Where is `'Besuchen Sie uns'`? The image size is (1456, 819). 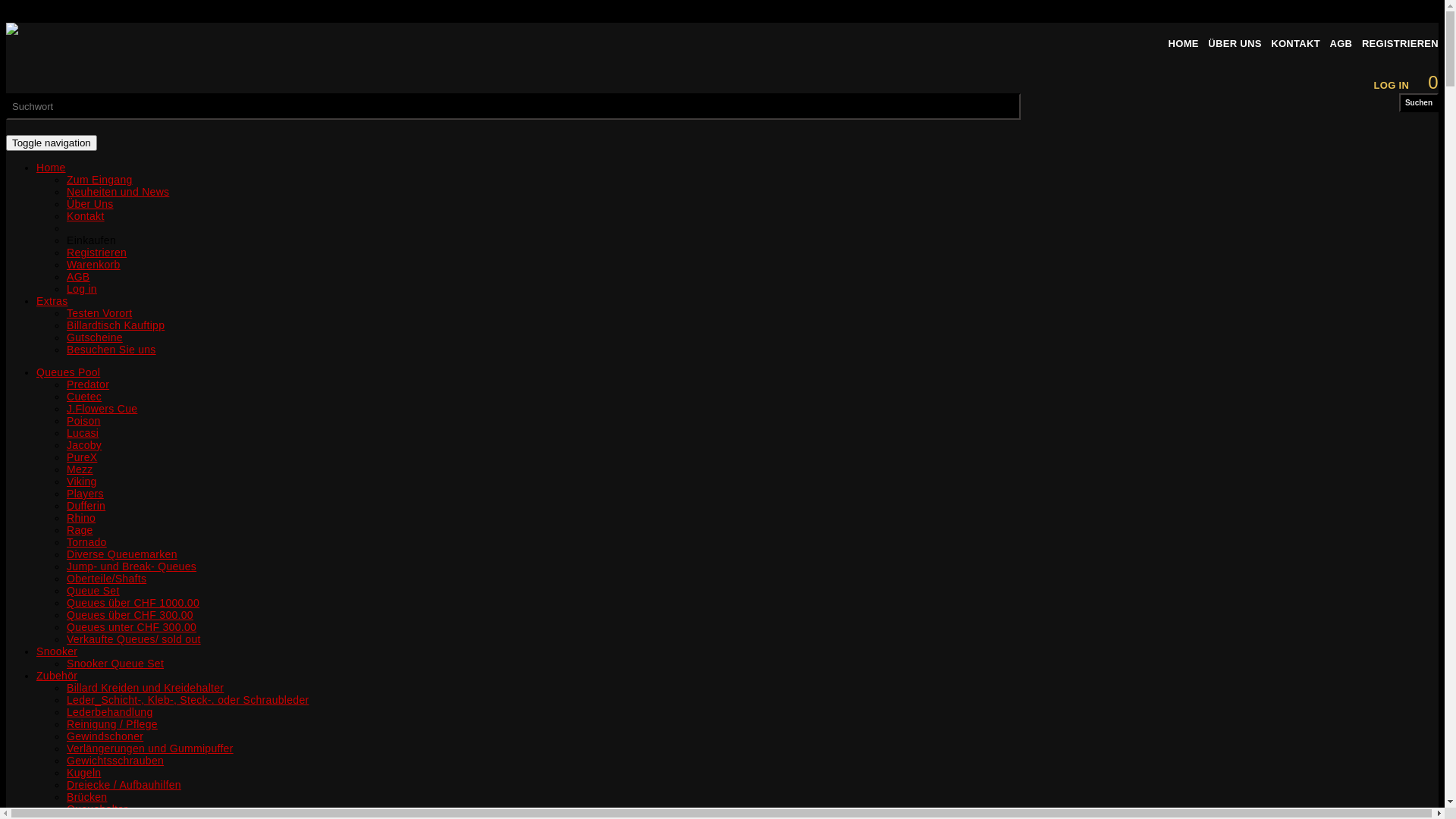 'Besuchen Sie uns' is located at coordinates (111, 350).